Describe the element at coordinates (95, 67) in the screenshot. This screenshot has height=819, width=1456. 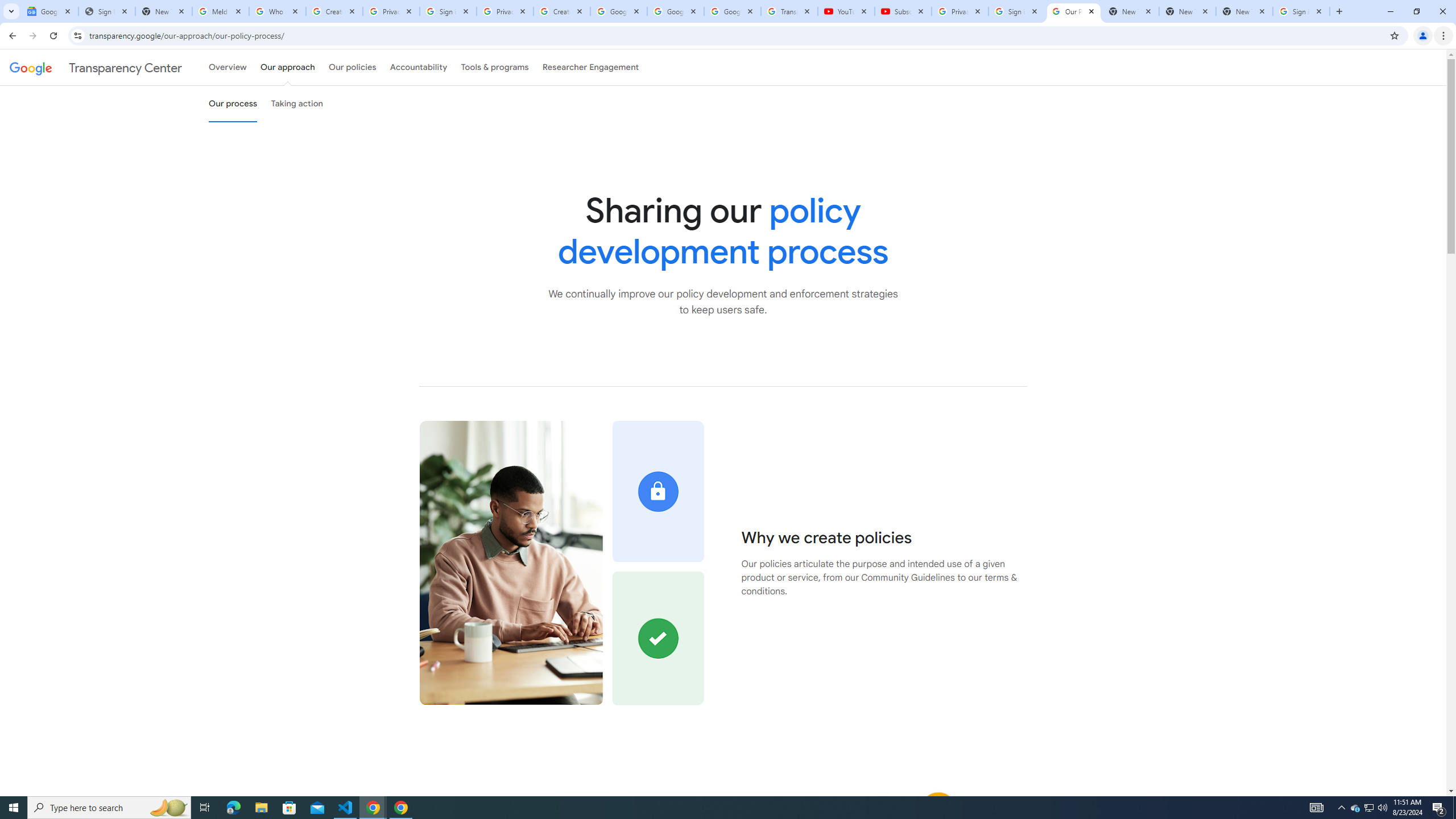
I see `'Transparency Center'` at that location.